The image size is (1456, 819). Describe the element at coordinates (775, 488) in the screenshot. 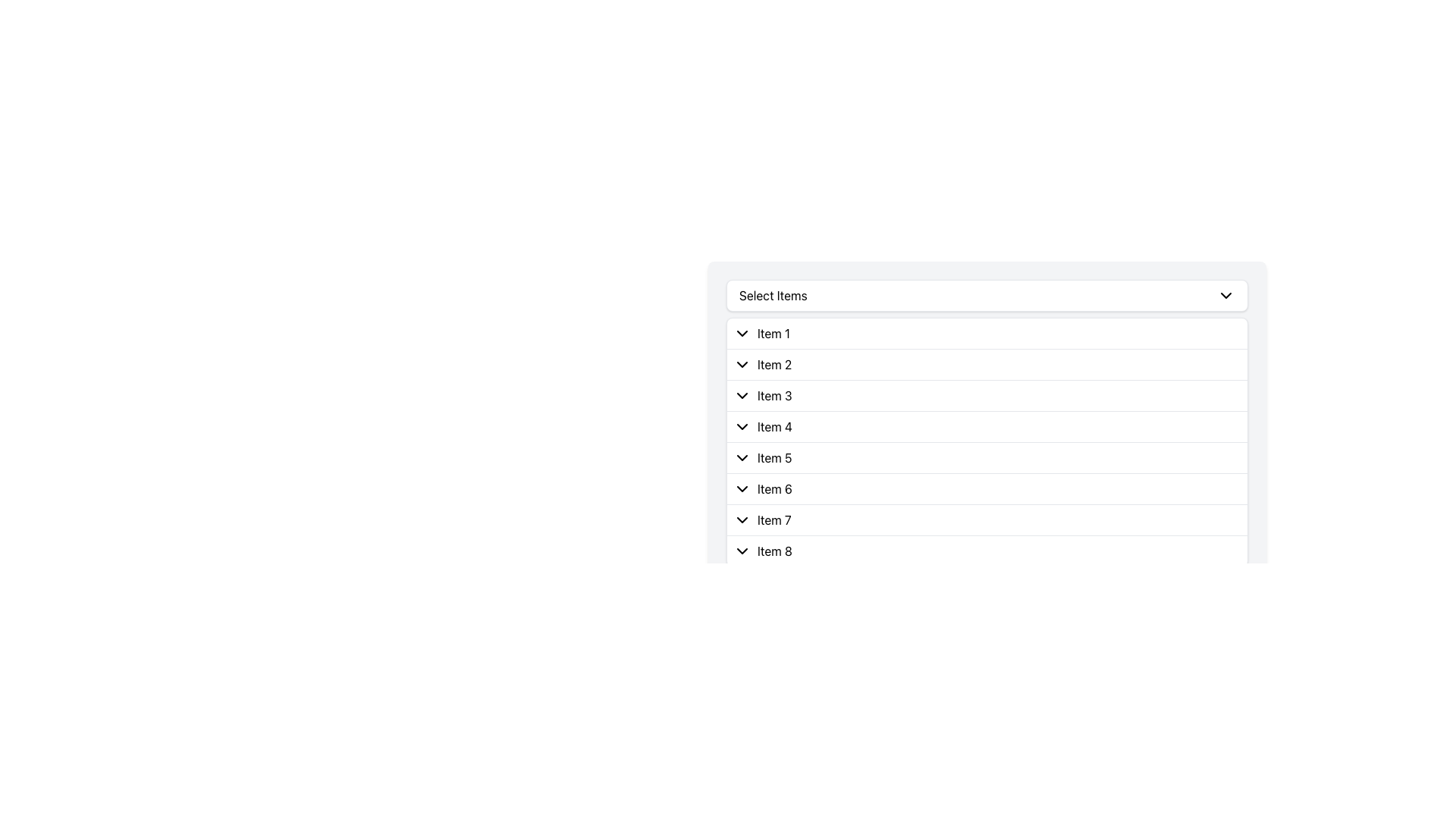

I see `the text label 'Item 6' in the dropdown menu` at that location.